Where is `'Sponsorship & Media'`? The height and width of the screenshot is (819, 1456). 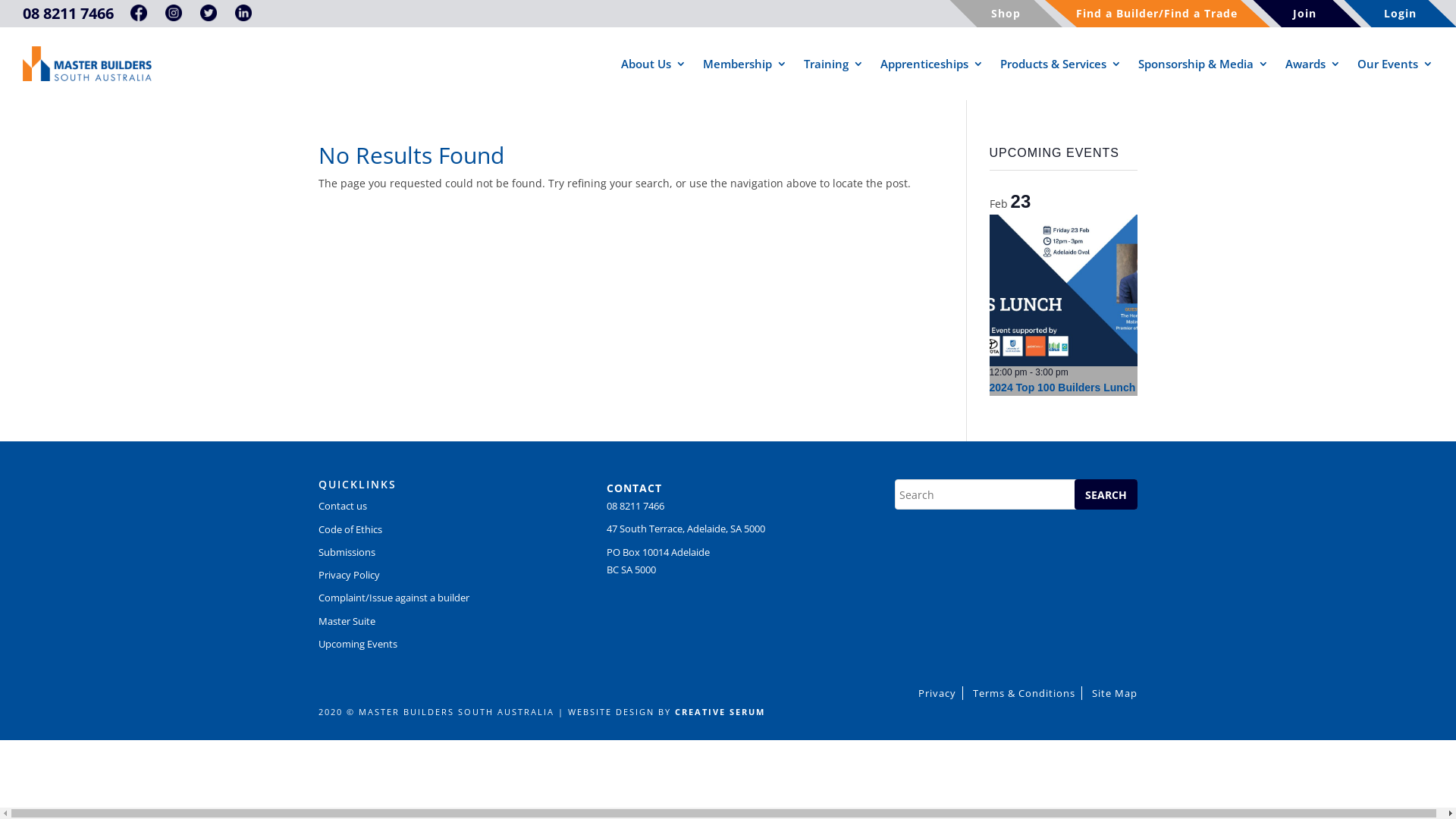 'Sponsorship & Media' is located at coordinates (1203, 63).